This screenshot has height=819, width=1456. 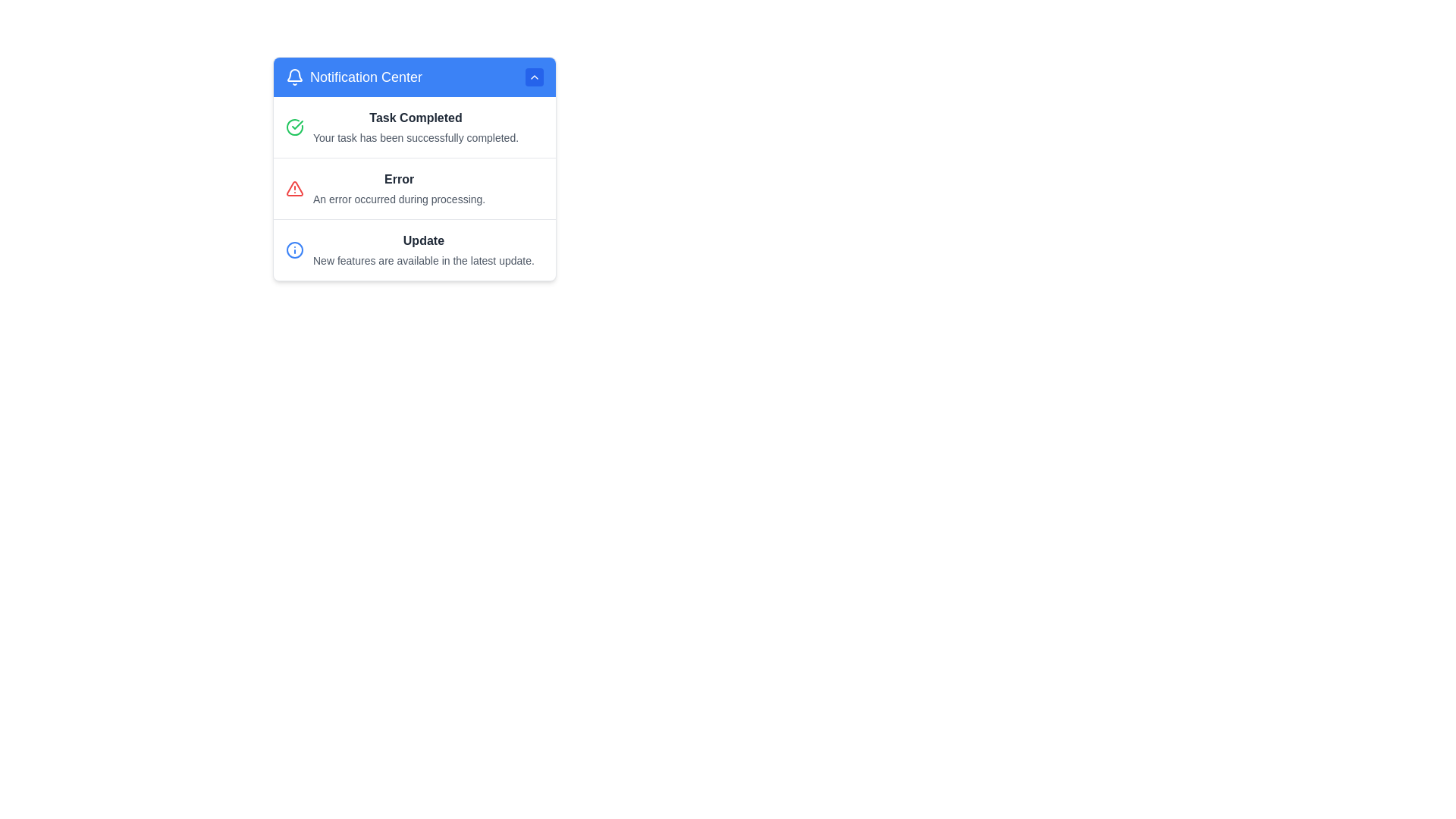 I want to click on error notification message located in the Notification Center, which is the second entry between 'Task Completed' and 'Update', so click(x=399, y=188).